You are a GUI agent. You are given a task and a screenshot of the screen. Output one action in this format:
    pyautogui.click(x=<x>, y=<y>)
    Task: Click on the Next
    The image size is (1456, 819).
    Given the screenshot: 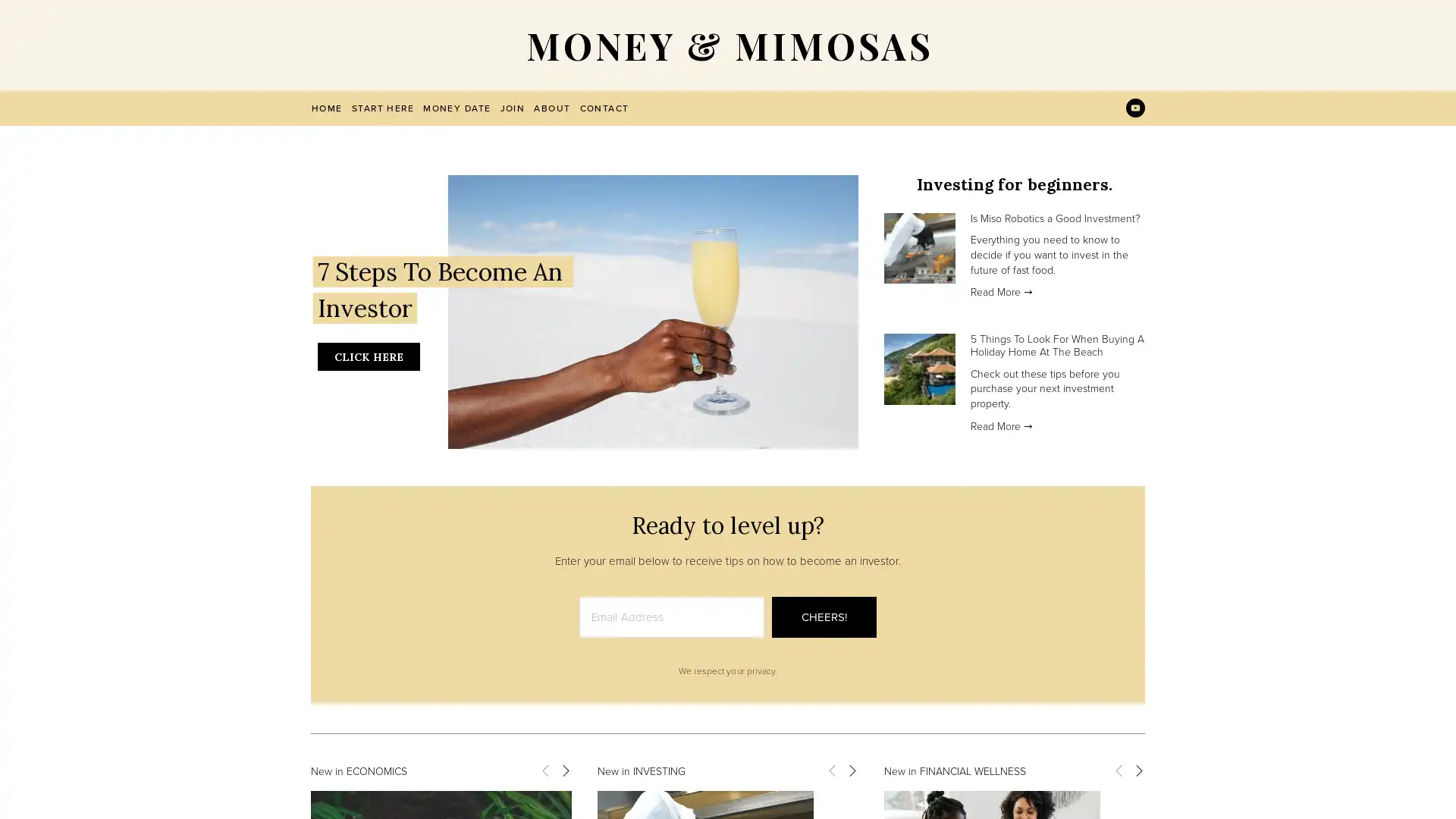 What is the action you would take?
    pyautogui.click(x=1138, y=769)
    